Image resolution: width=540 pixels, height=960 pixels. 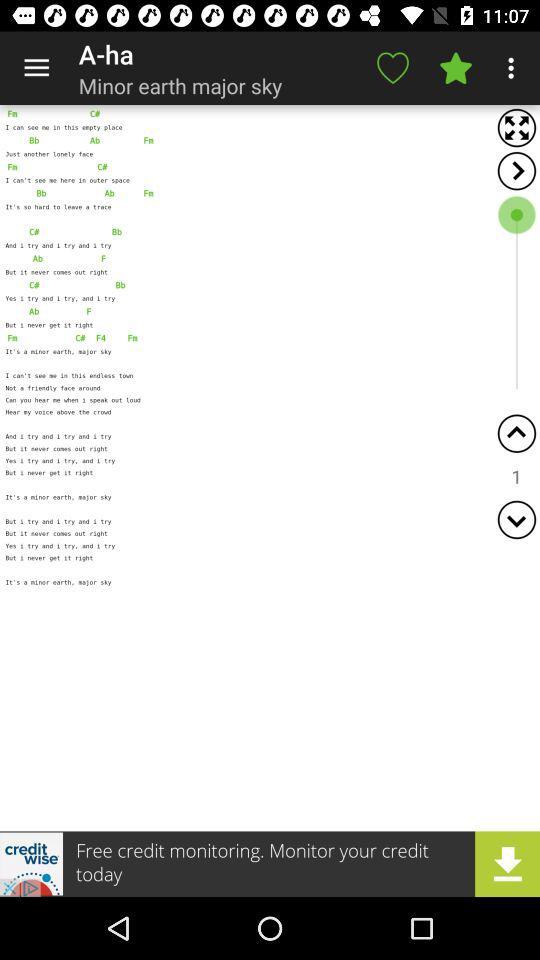 I want to click on forward arrow, so click(x=516, y=170).